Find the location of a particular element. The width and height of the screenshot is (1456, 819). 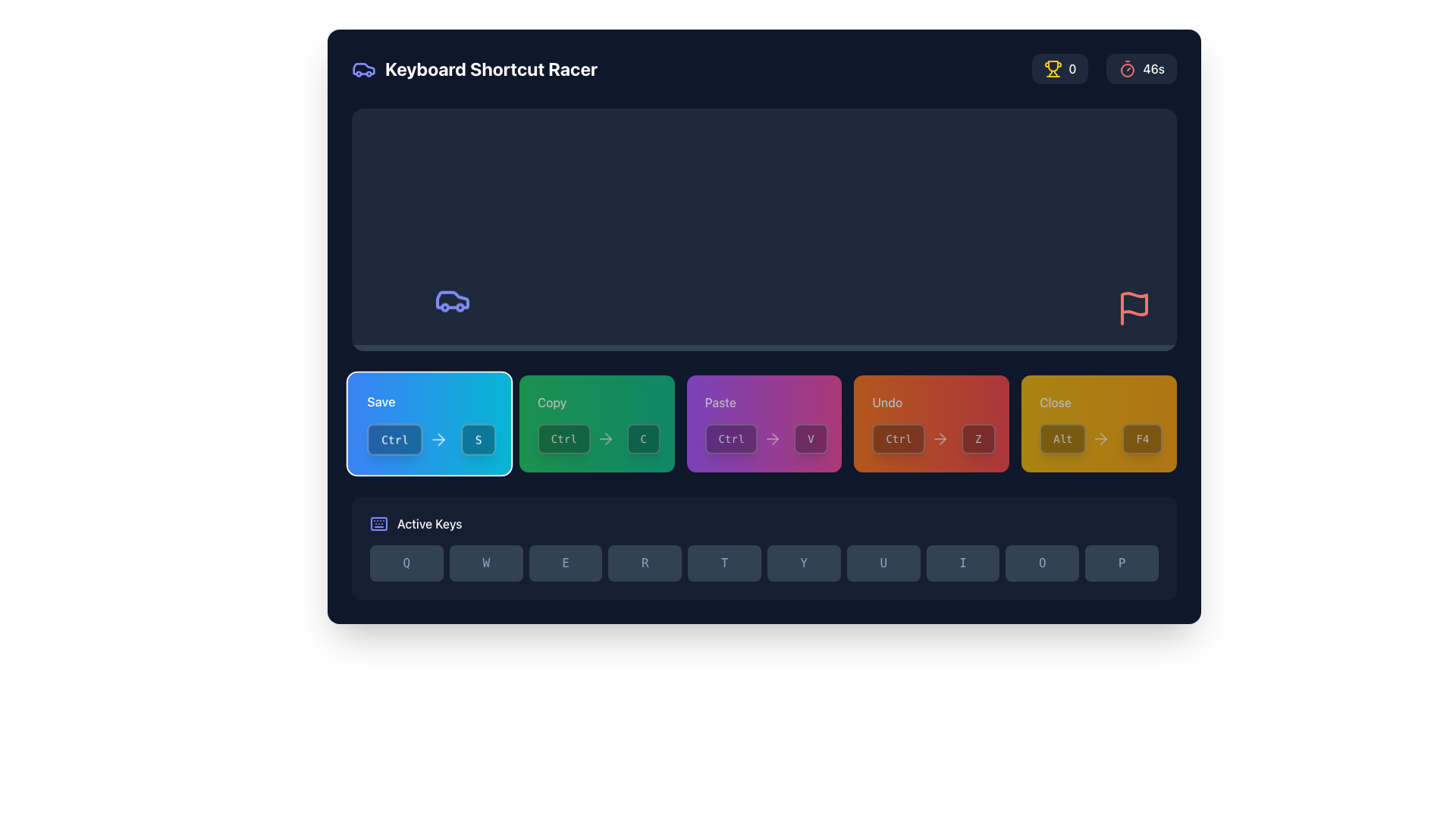

text of the 'Ctrl' key label, which is styled to look like a key and is located in the second card of the horizontal toolbar for the 'Copy' shortcut section, positioned to the left of the arrow icon is located at coordinates (563, 438).